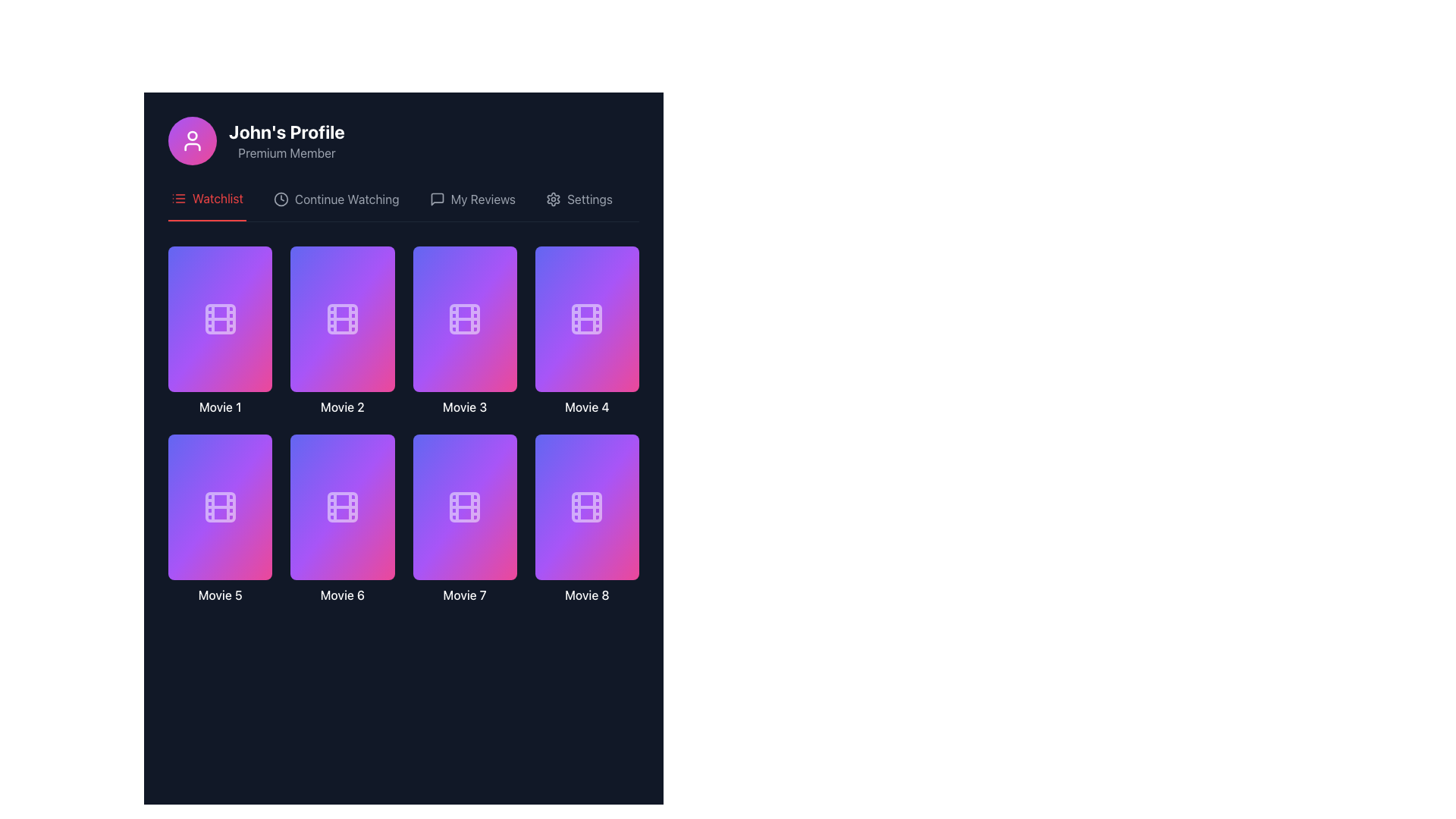 This screenshot has height=819, width=1456. What do you see at coordinates (281, 198) in the screenshot?
I see `the clock icon, which is a circular outline with clock hands, located to the left of the 'Continue Watching' text label in the tab bar` at bounding box center [281, 198].